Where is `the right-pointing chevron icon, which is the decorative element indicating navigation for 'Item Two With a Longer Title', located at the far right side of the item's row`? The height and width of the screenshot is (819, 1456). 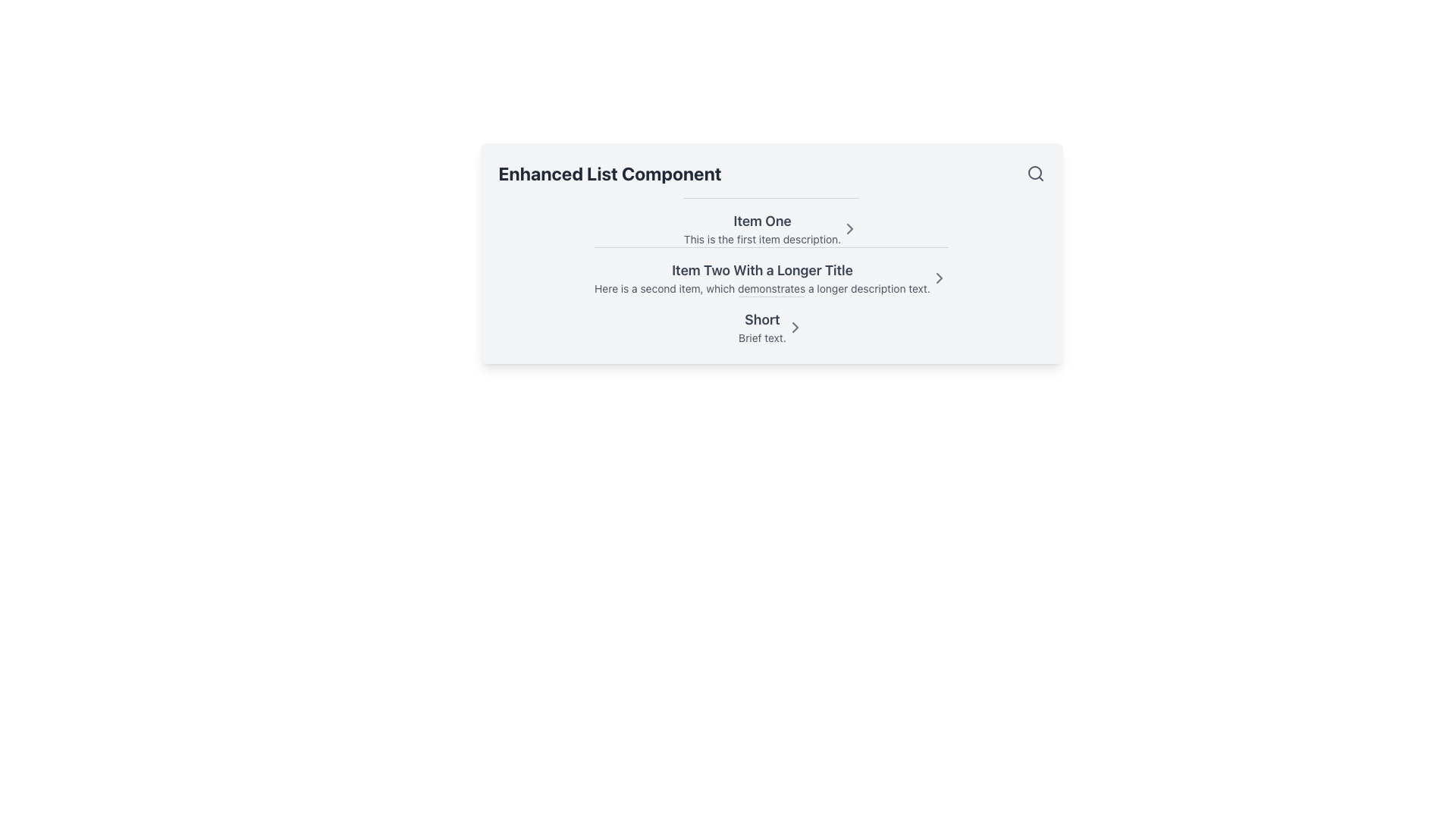 the right-pointing chevron icon, which is the decorative element indicating navigation for 'Item Two With a Longer Title', located at the far right side of the item's row is located at coordinates (938, 278).